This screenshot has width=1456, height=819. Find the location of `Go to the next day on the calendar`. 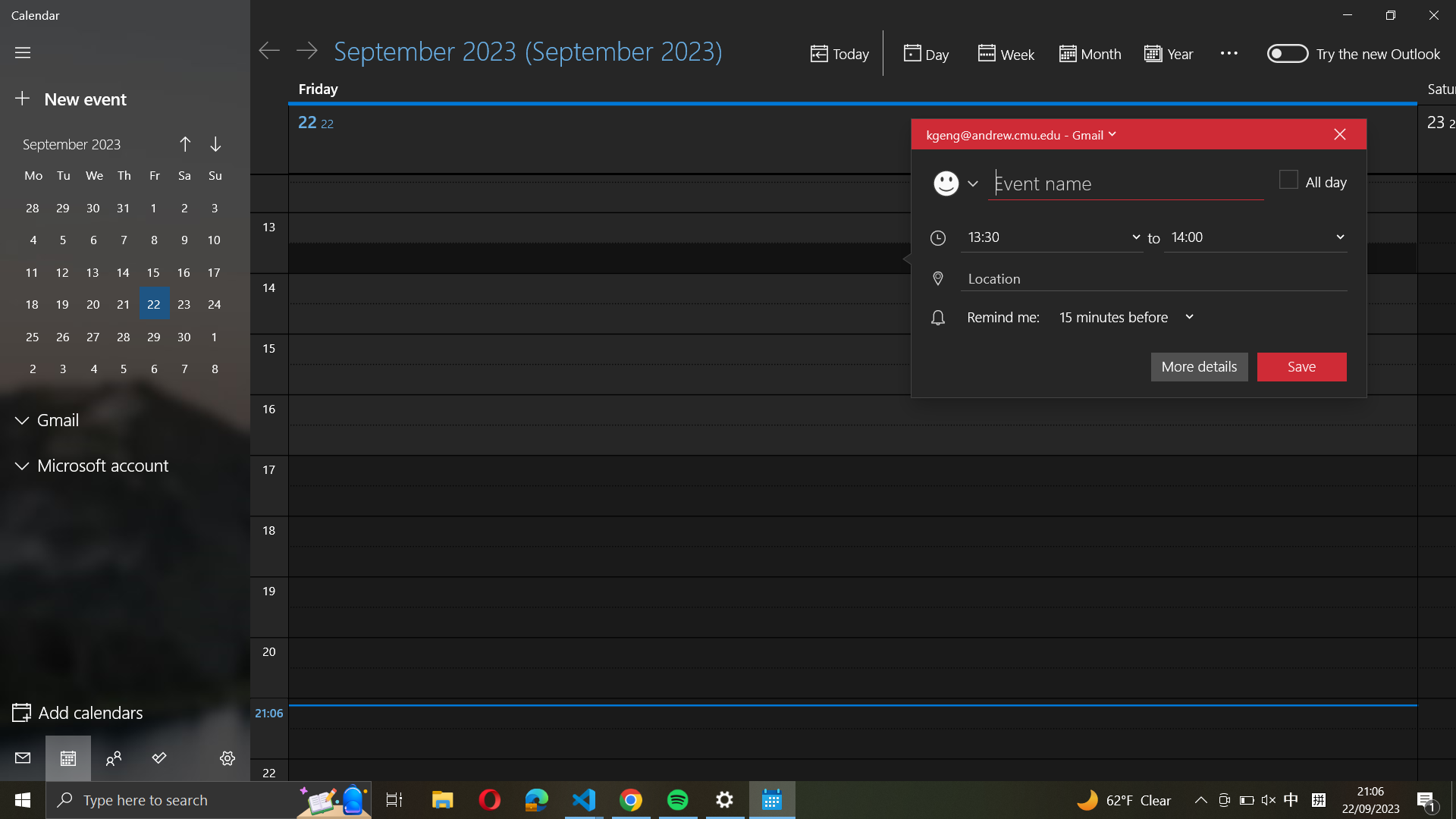

Go to the next day on the calendar is located at coordinates (306, 49).